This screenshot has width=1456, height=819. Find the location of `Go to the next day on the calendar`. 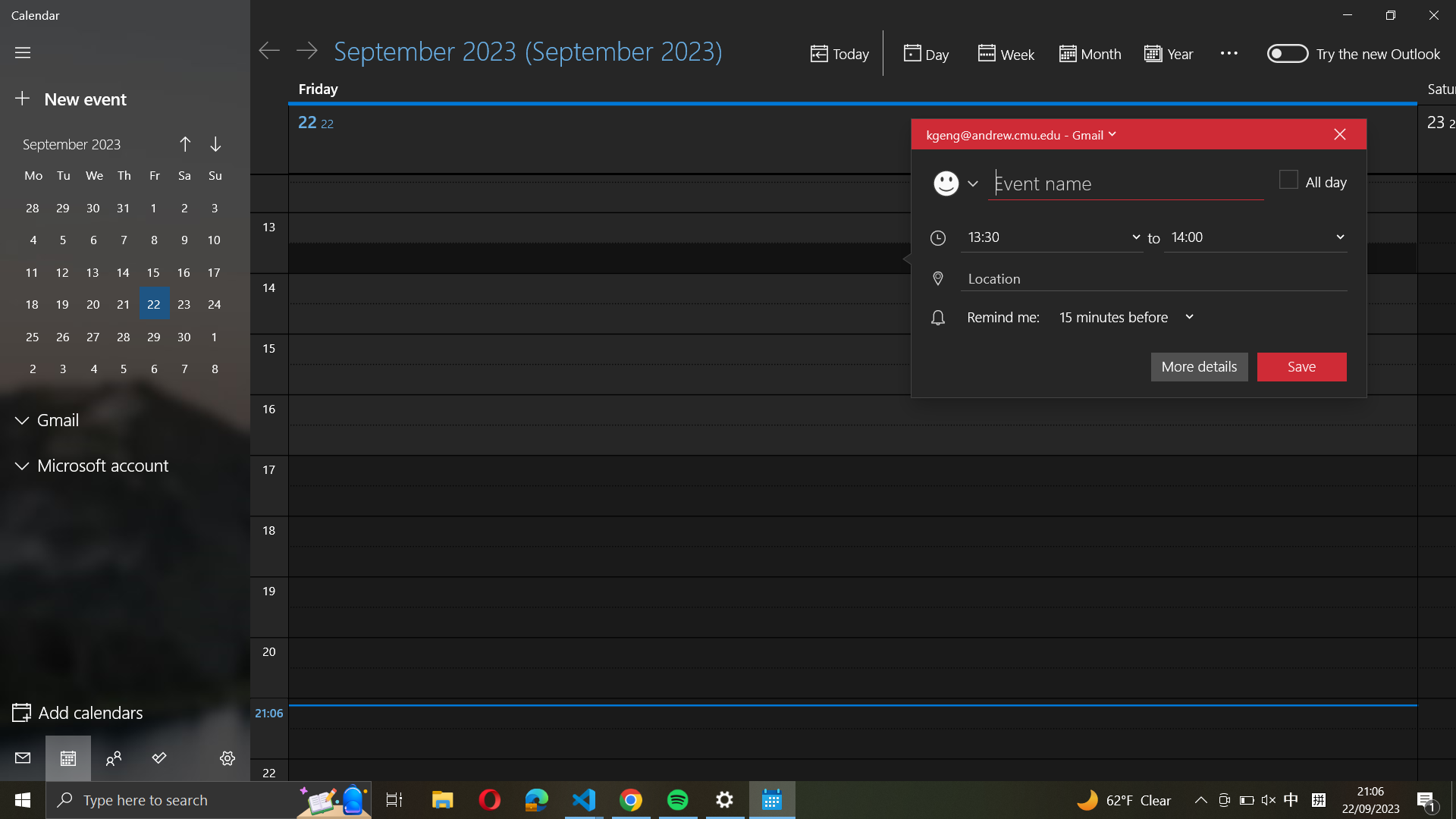

Go to the next day on the calendar is located at coordinates (306, 49).